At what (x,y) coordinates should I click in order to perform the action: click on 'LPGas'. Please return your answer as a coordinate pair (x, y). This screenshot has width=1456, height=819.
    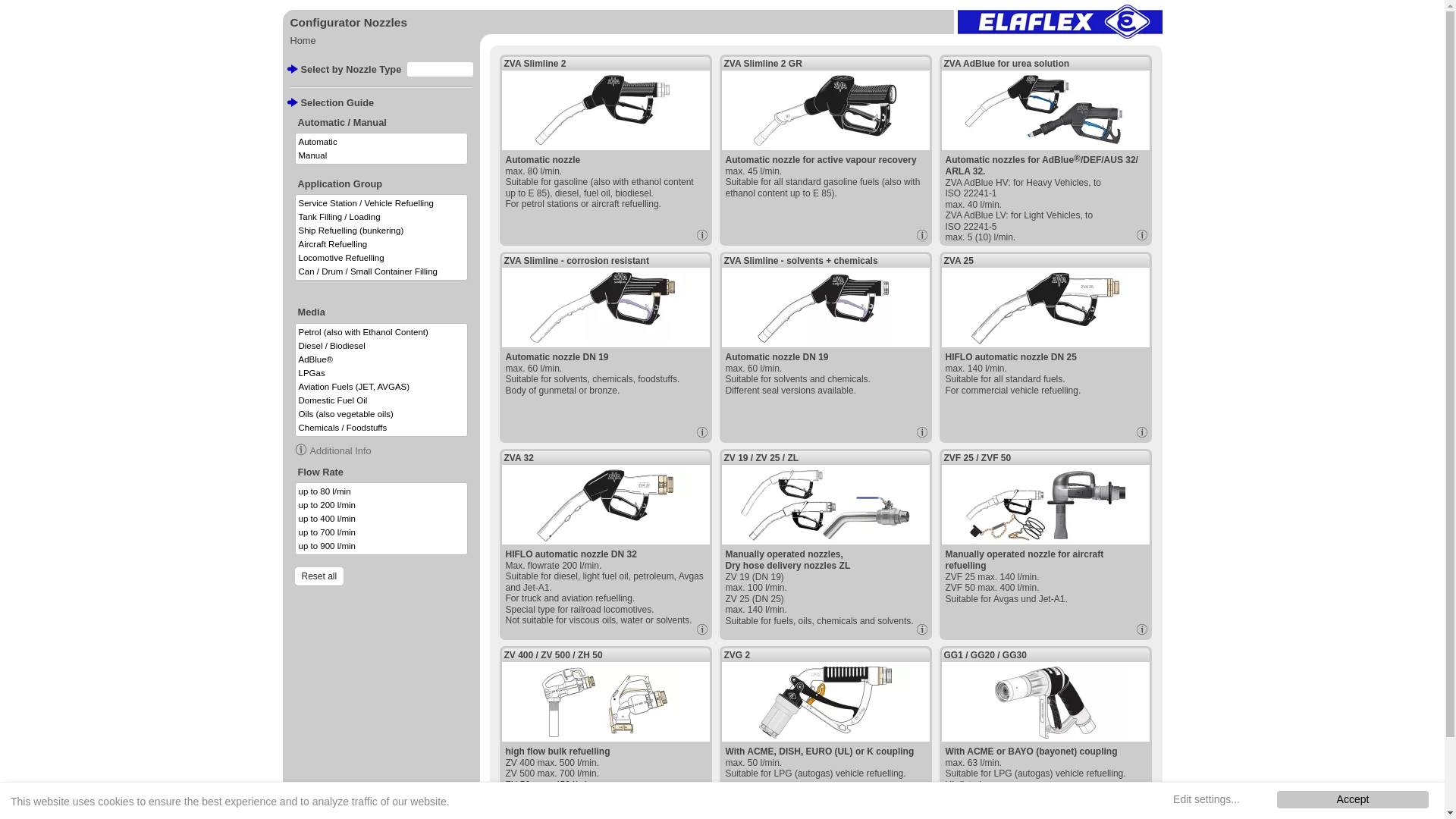
    Looking at the image, I should click on (295, 373).